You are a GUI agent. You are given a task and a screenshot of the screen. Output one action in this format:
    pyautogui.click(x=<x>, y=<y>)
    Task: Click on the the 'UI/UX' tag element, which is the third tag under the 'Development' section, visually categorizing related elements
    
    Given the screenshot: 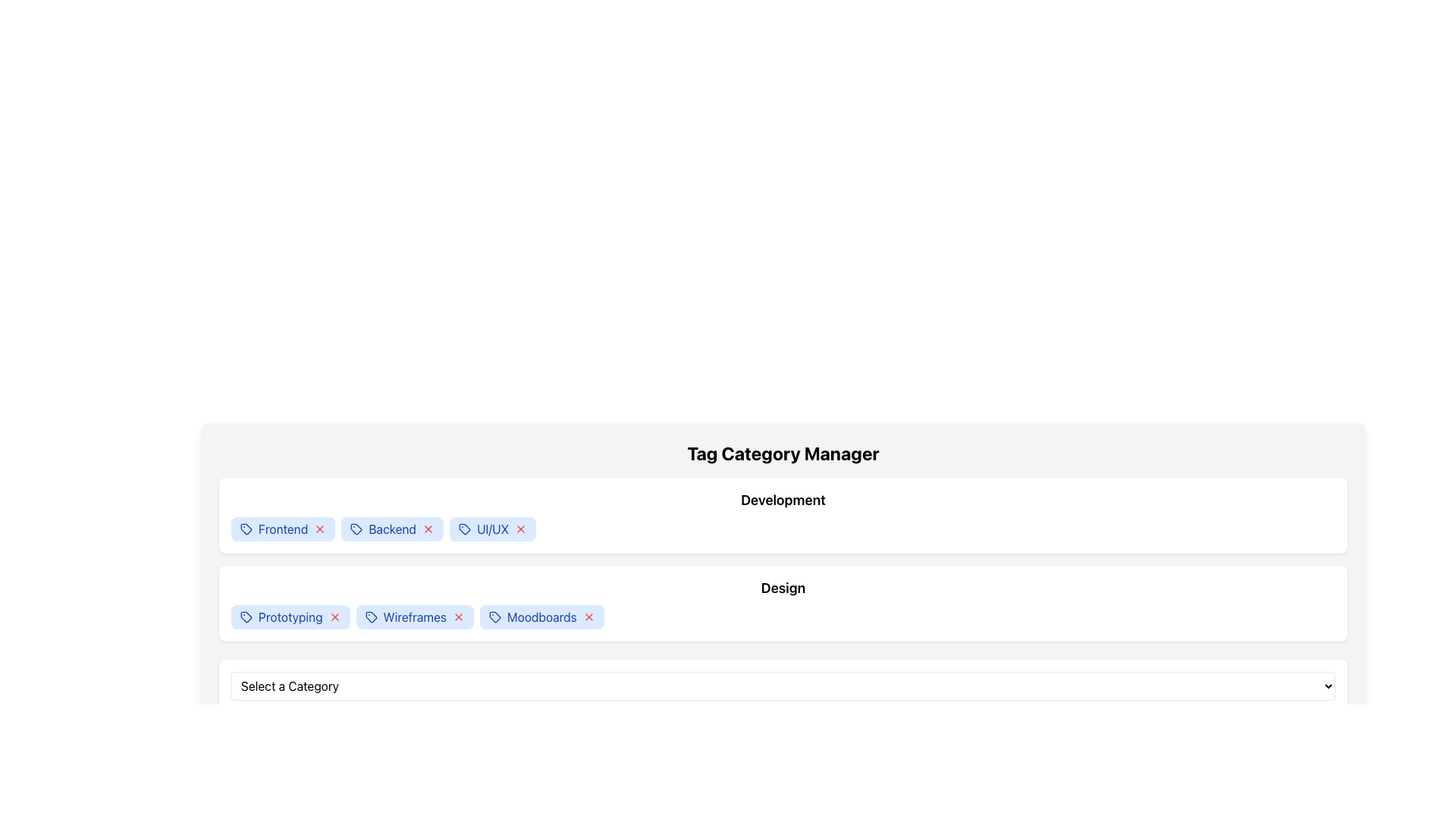 What is the action you would take?
    pyautogui.click(x=493, y=529)
    